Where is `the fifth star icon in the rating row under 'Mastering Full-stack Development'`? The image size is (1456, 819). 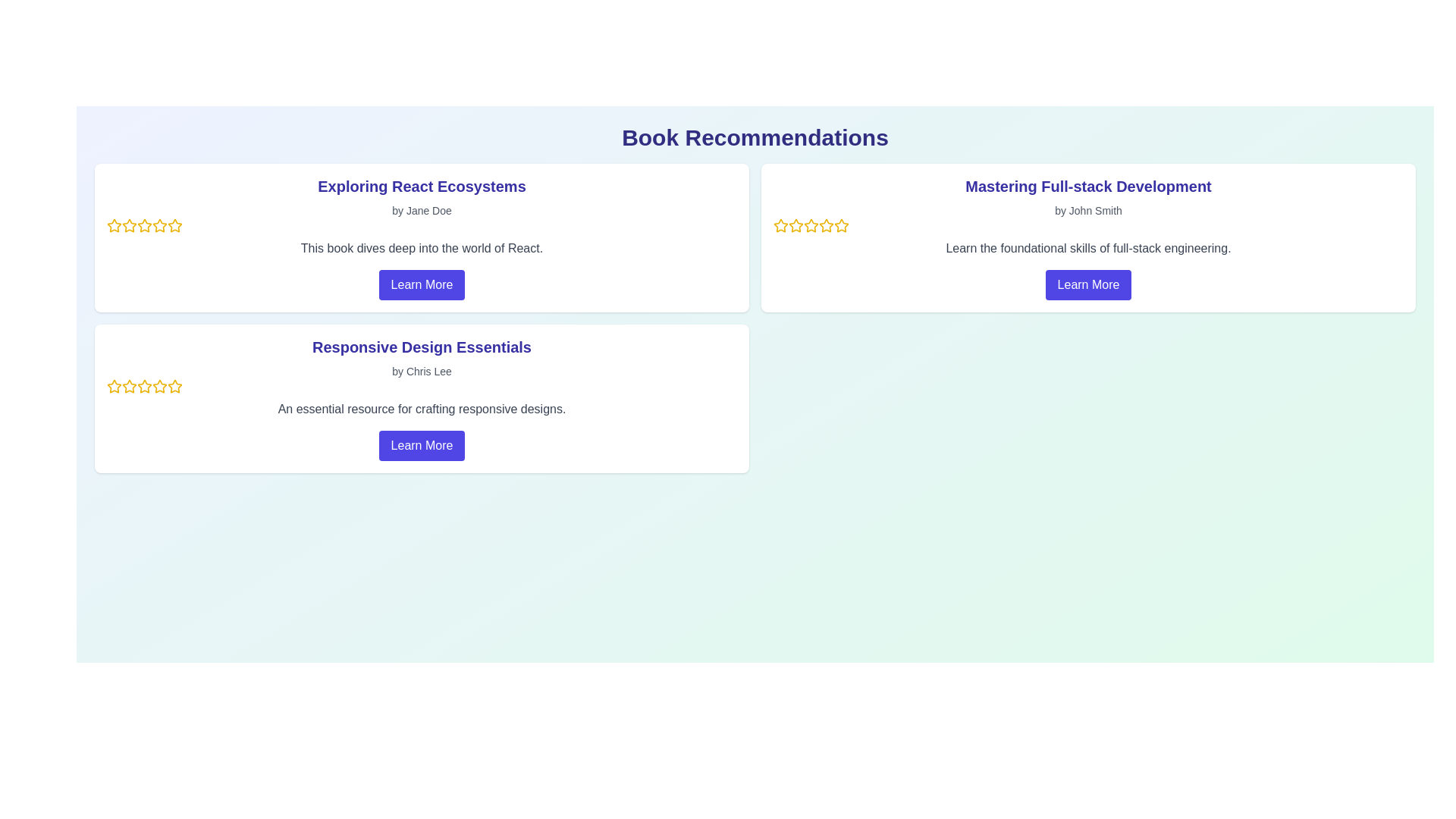
the fifth star icon in the rating row under 'Mastering Full-stack Development' is located at coordinates (840, 225).